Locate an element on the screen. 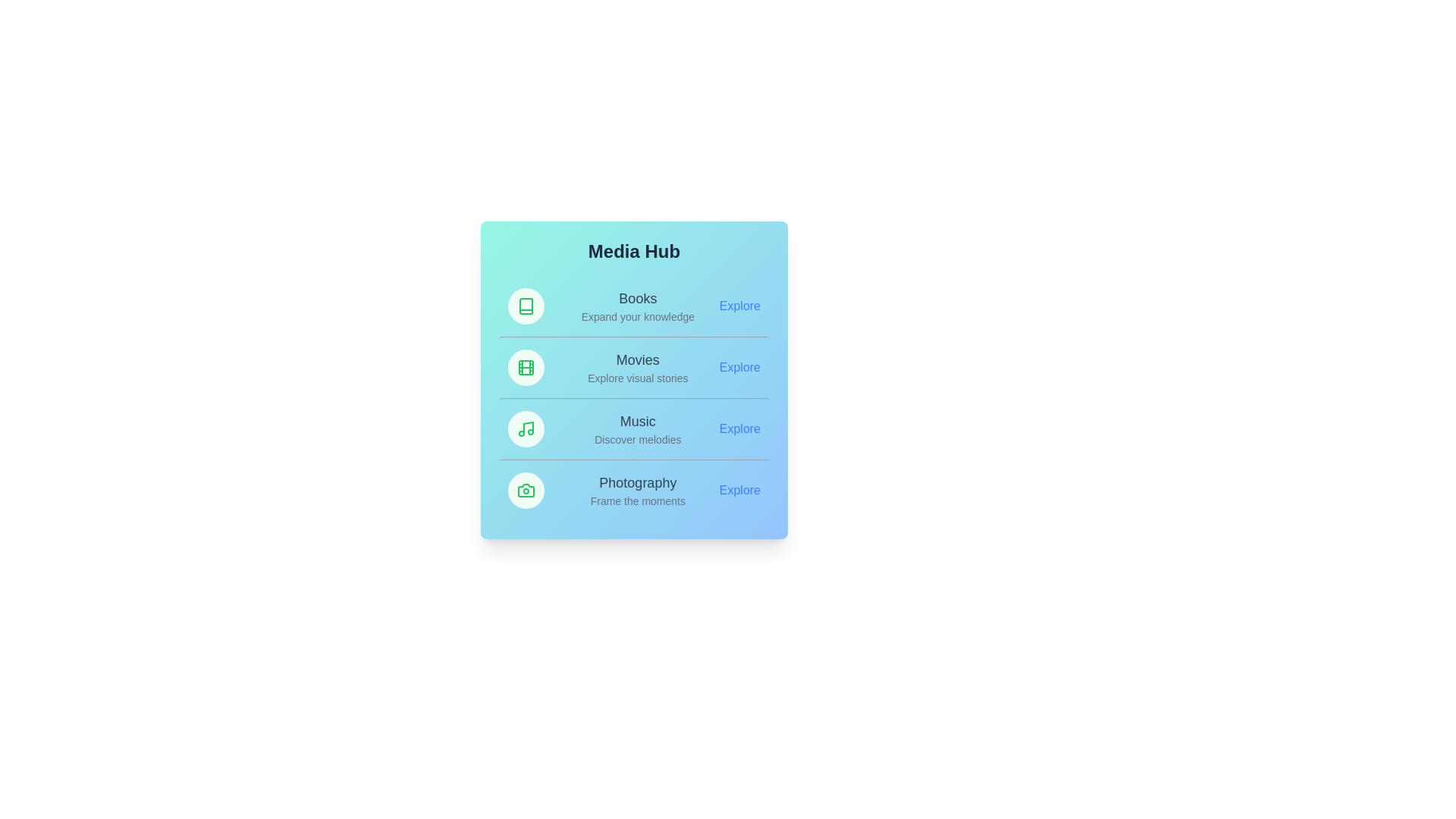 The image size is (1456, 819). the icon of the Music category is located at coordinates (526, 429).